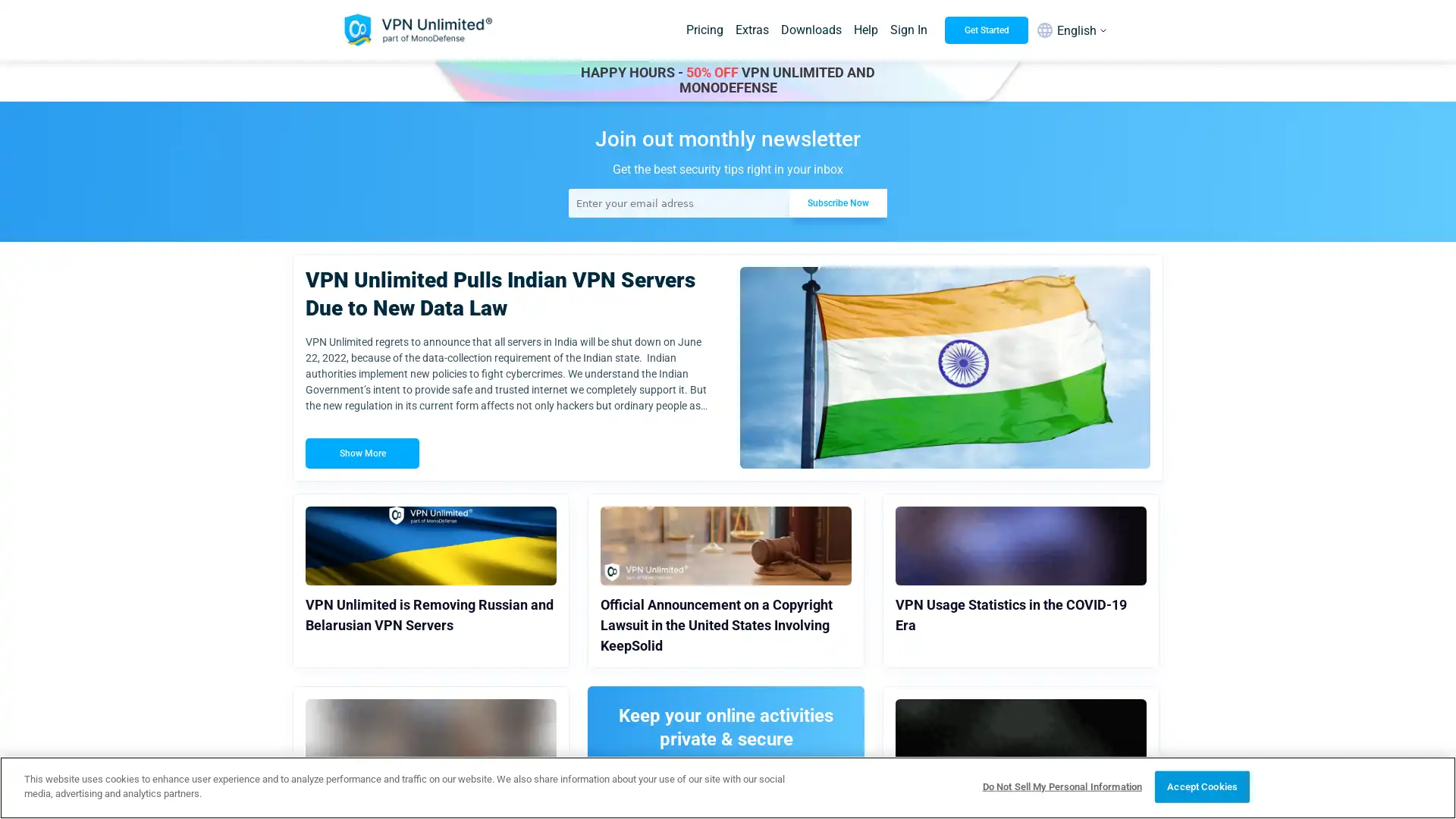 This screenshot has height=819, width=1456. What do you see at coordinates (1061, 786) in the screenshot?
I see `Do Not Sell My Personal Information` at bounding box center [1061, 786].